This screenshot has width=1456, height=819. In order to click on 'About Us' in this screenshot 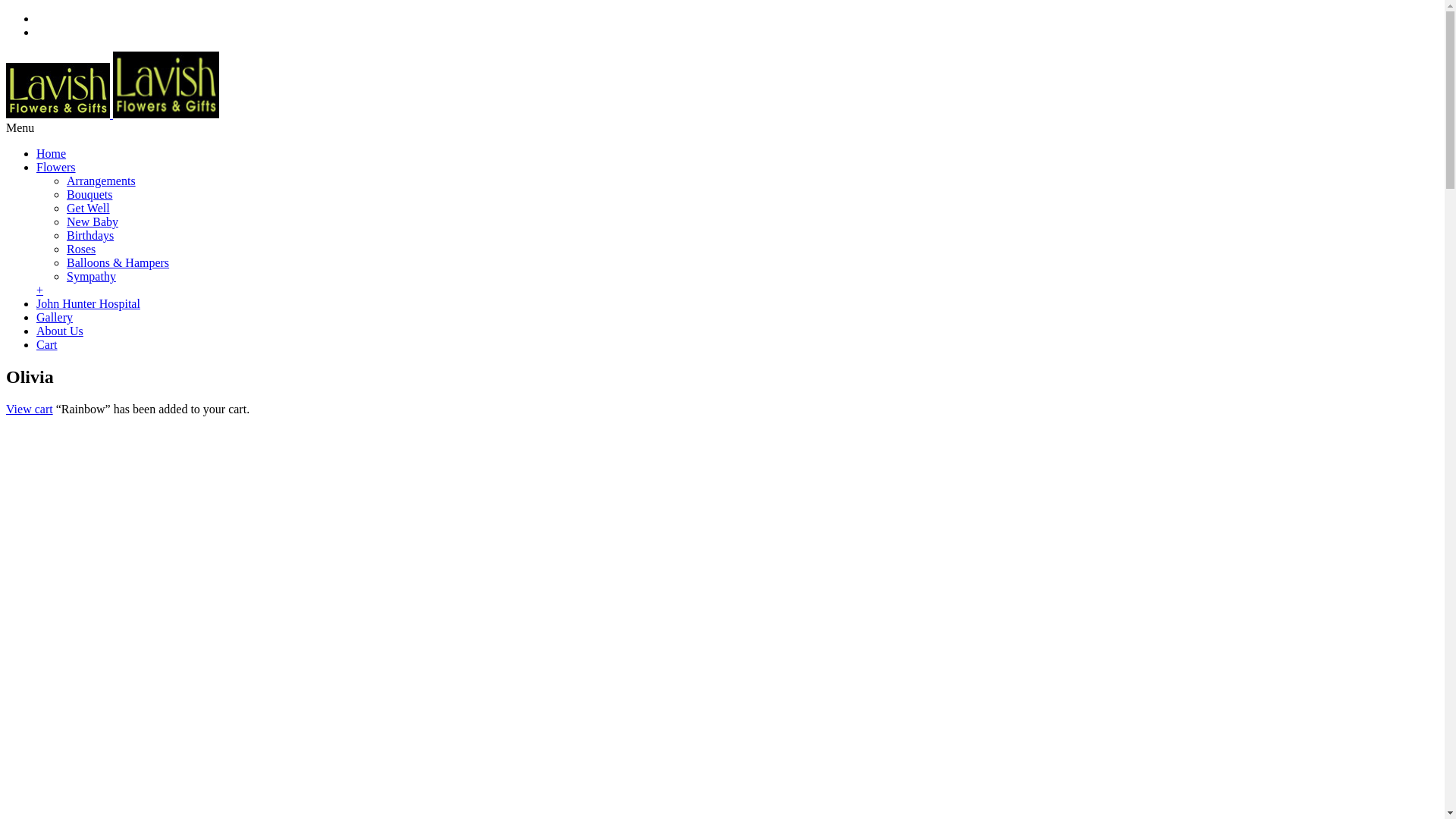, I will do `click(59, 330)`.